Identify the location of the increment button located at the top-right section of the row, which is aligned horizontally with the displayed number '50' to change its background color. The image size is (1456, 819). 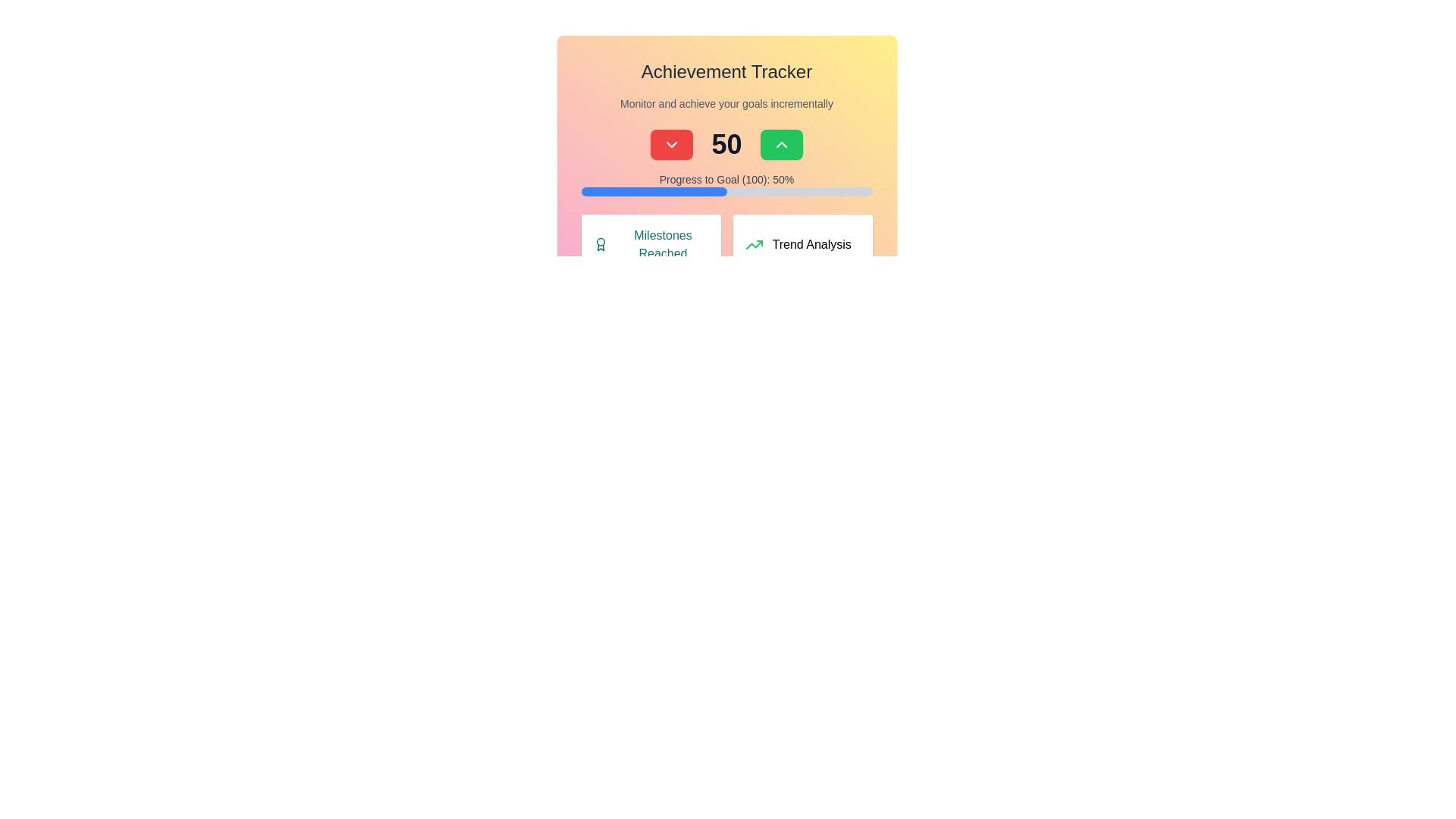
(781, 145).